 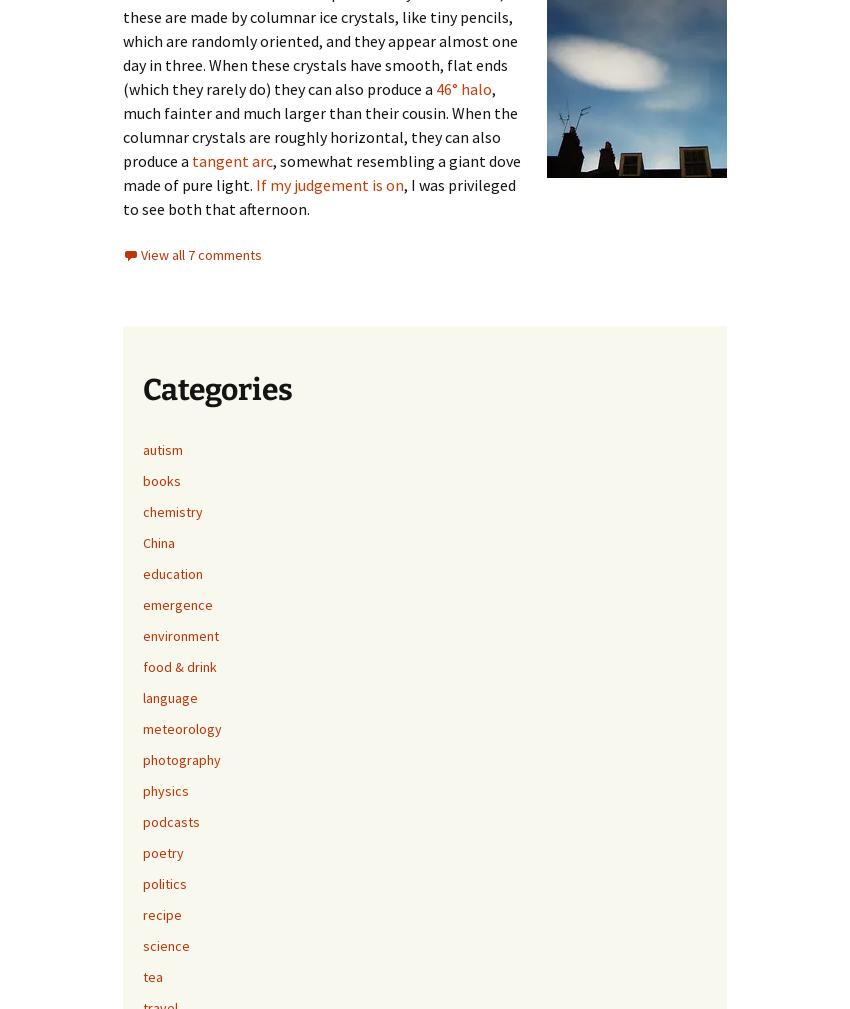 What do you see at coordinates (171, 573) in the screenshot?
I see `'education'` at bounding box center [171, 573].